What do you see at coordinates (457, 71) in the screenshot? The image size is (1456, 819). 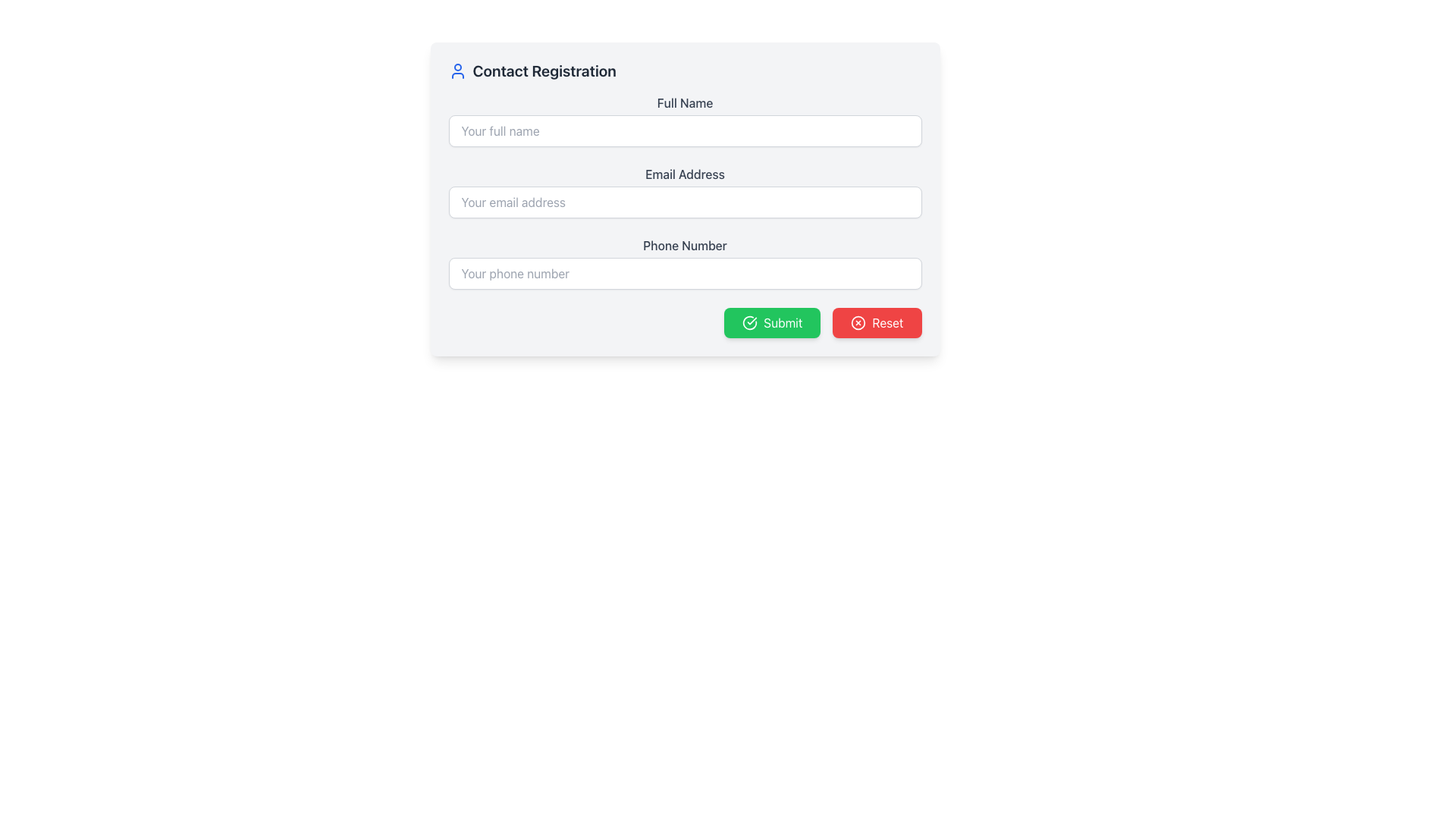 I see `the decorative icon representing the 'Contact Registration' heading, which is located to the left of the 'Contact Registration' title text` at bounding box center [457, 71].